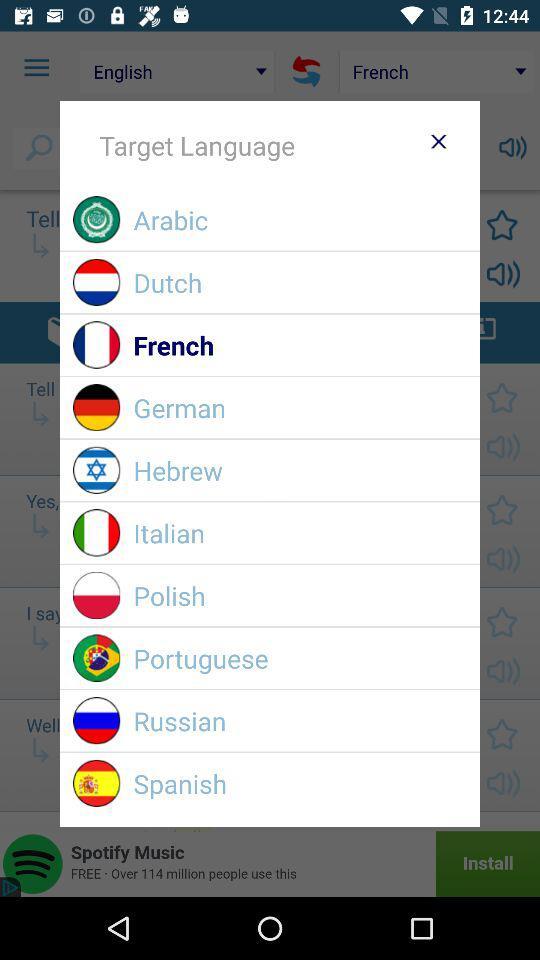 Image resolution: width=540 pixels, height=960 pixels. I want to click on the russian icon, so click(299, 720).